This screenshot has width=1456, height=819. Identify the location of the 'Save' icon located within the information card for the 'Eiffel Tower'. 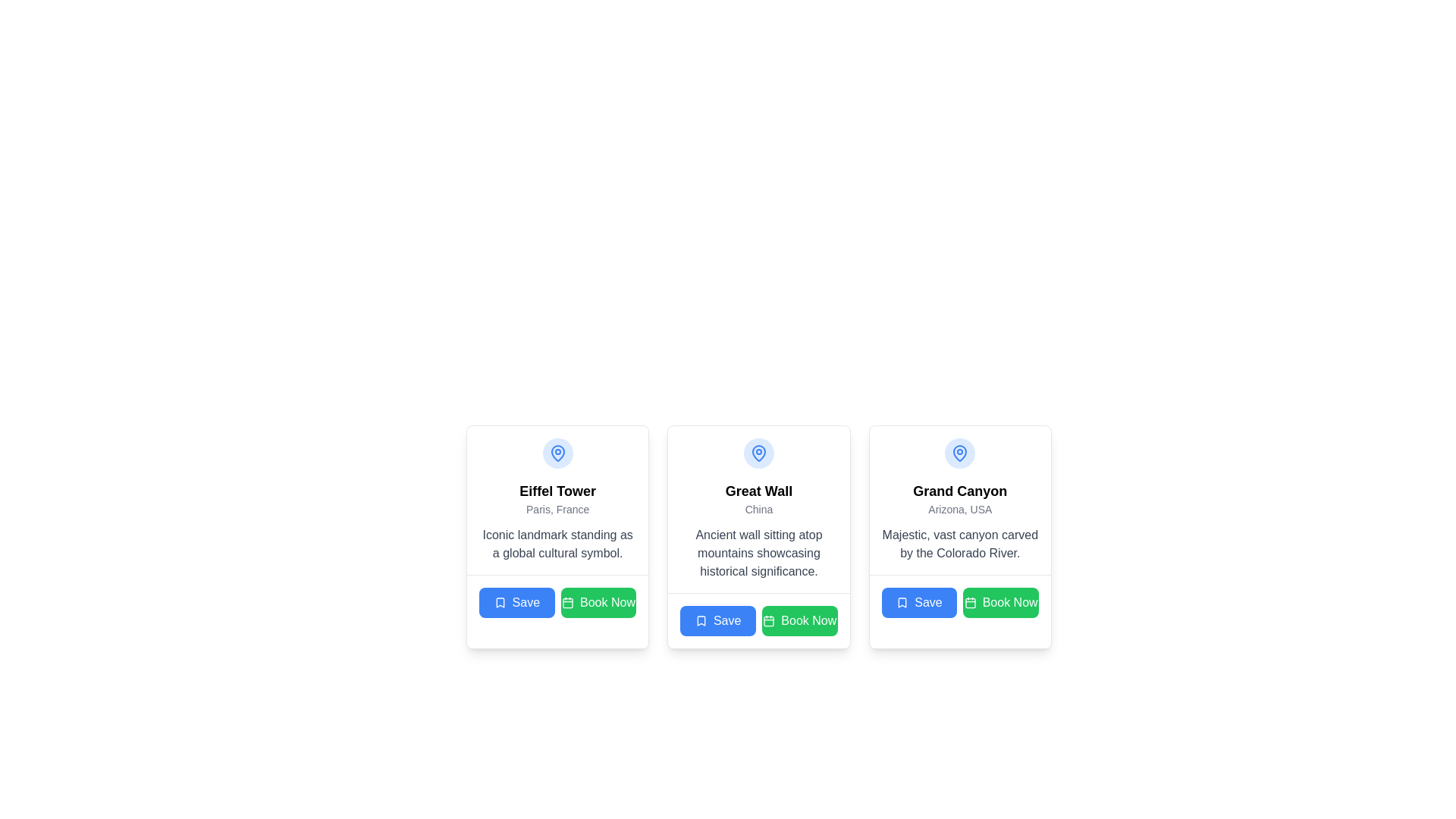
(500, 601).